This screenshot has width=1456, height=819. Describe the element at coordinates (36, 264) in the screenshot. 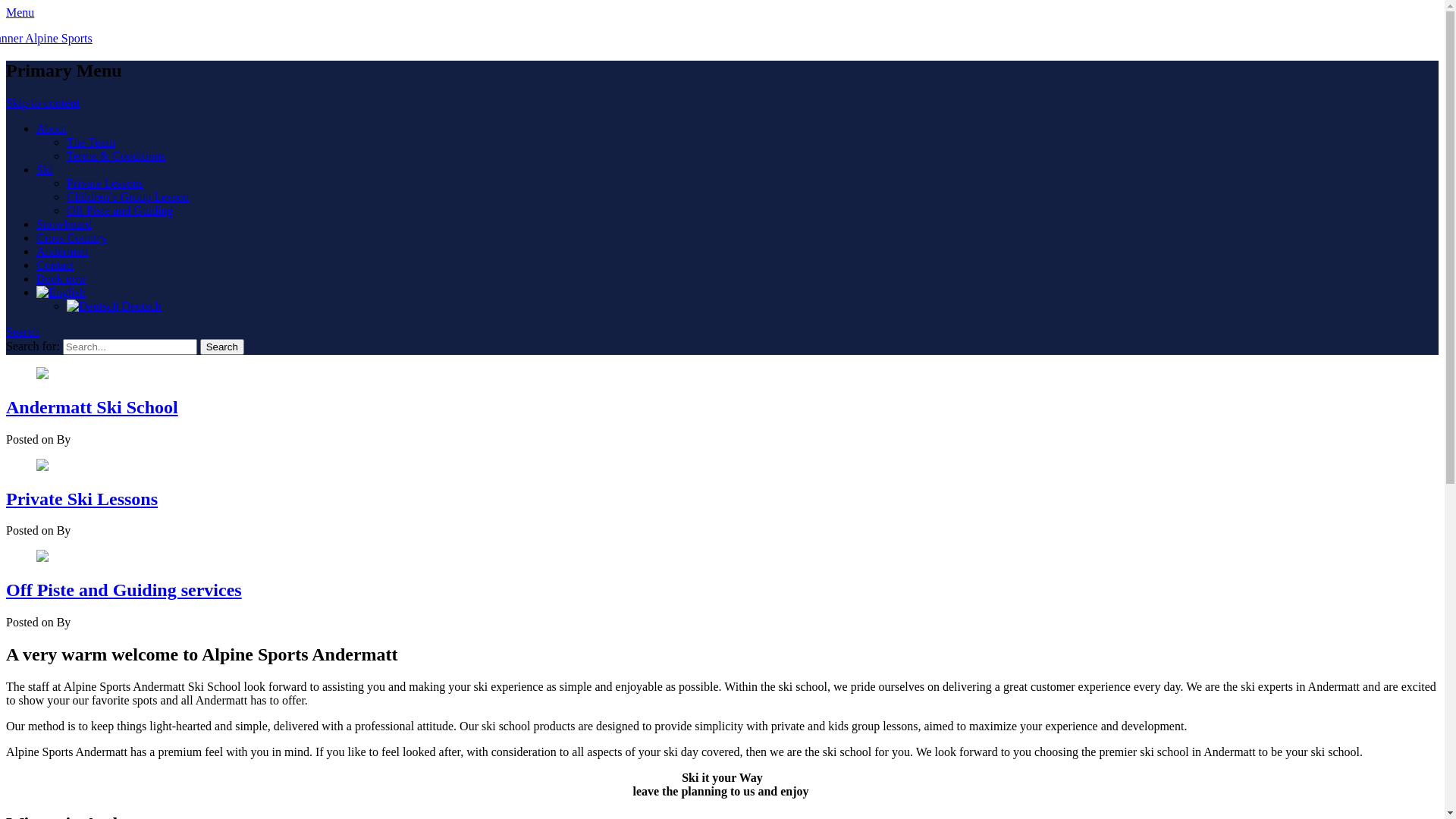

I see `'Contact'` at that location.